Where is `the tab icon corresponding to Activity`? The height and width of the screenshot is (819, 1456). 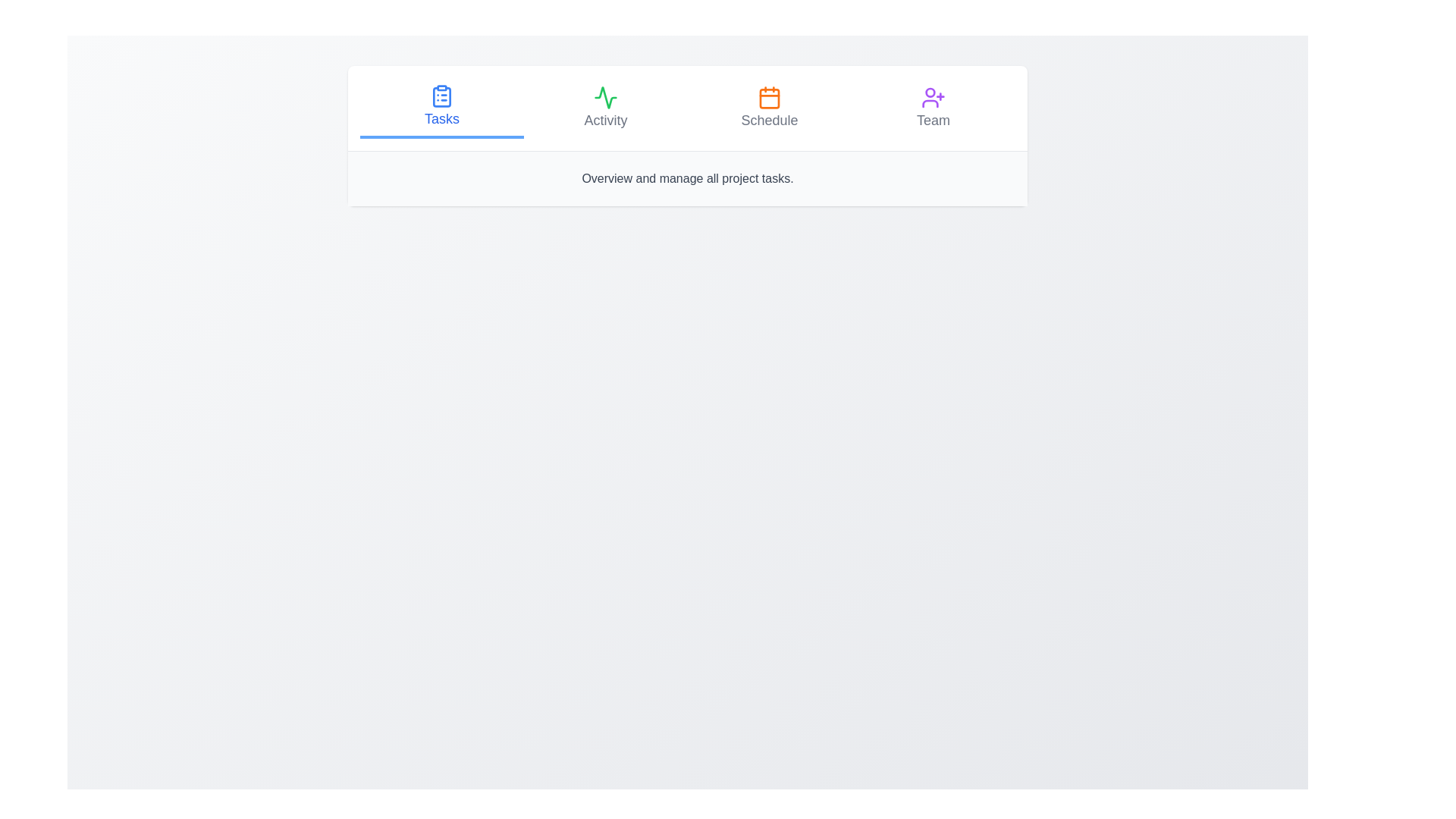 the tab icon corresponding to Activity is located at coordinates (604, 97).